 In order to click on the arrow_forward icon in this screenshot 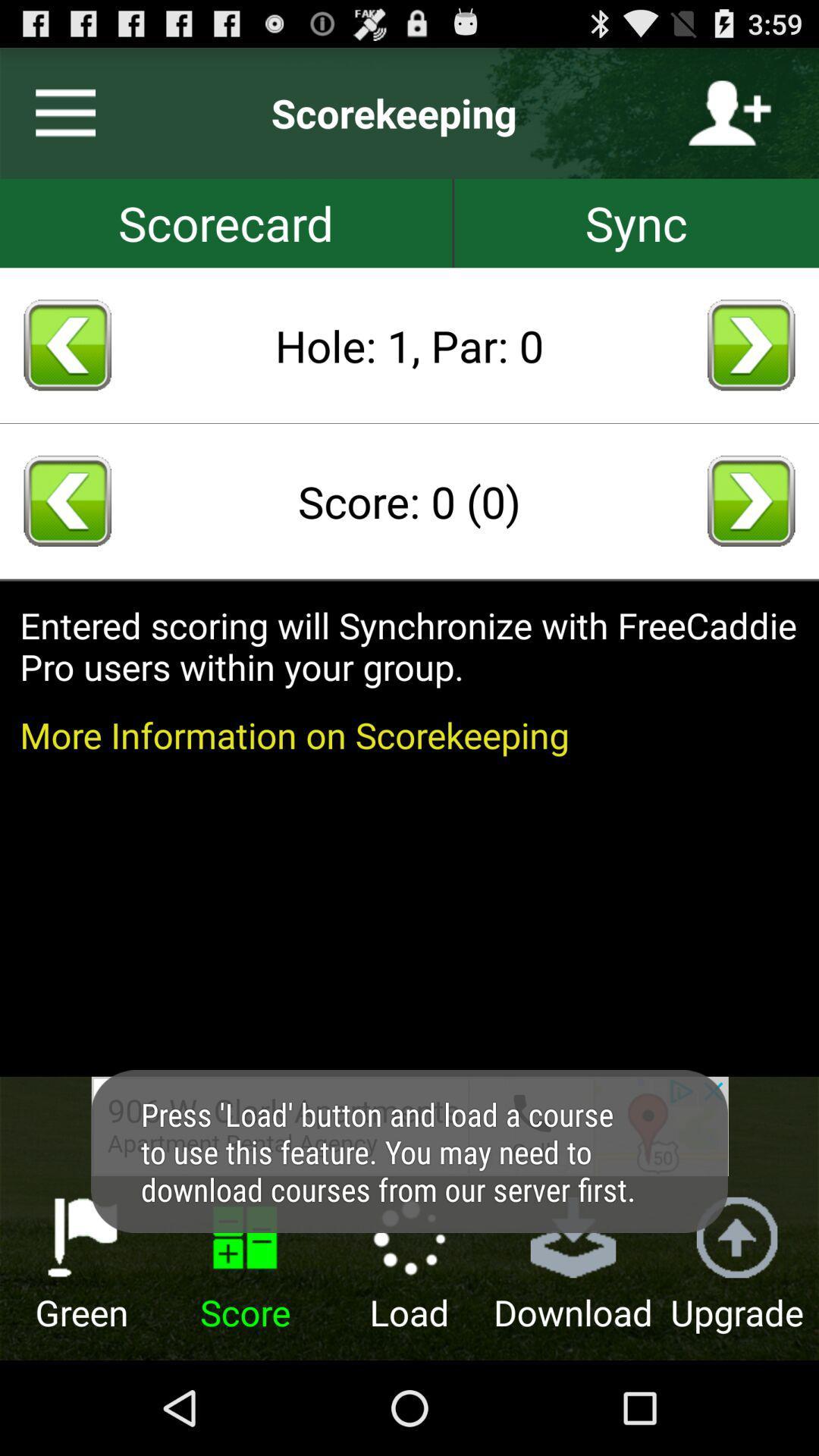, I will do `click(751, 536)`.